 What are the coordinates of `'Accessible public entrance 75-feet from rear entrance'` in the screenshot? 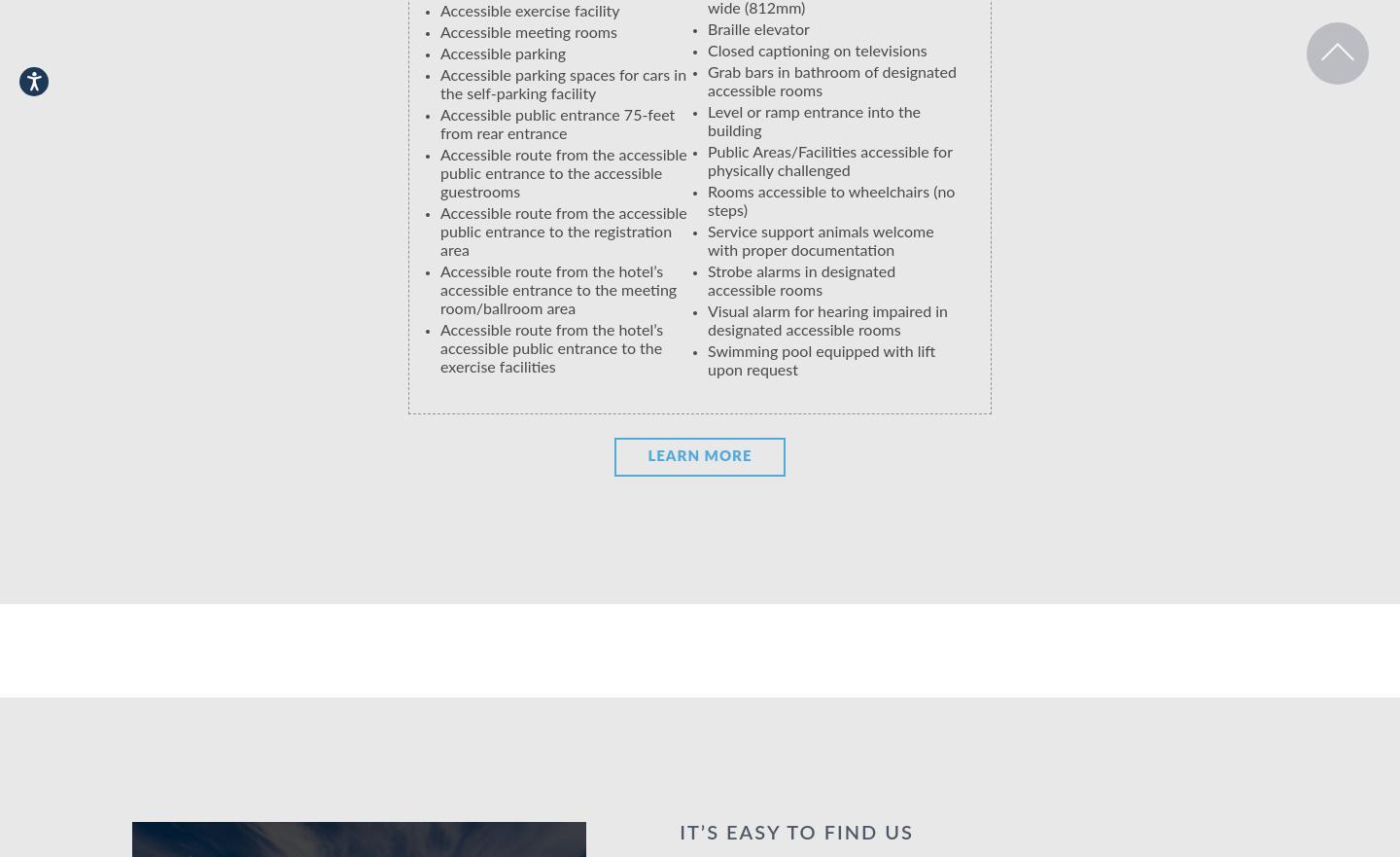 It's located at (557, 125).